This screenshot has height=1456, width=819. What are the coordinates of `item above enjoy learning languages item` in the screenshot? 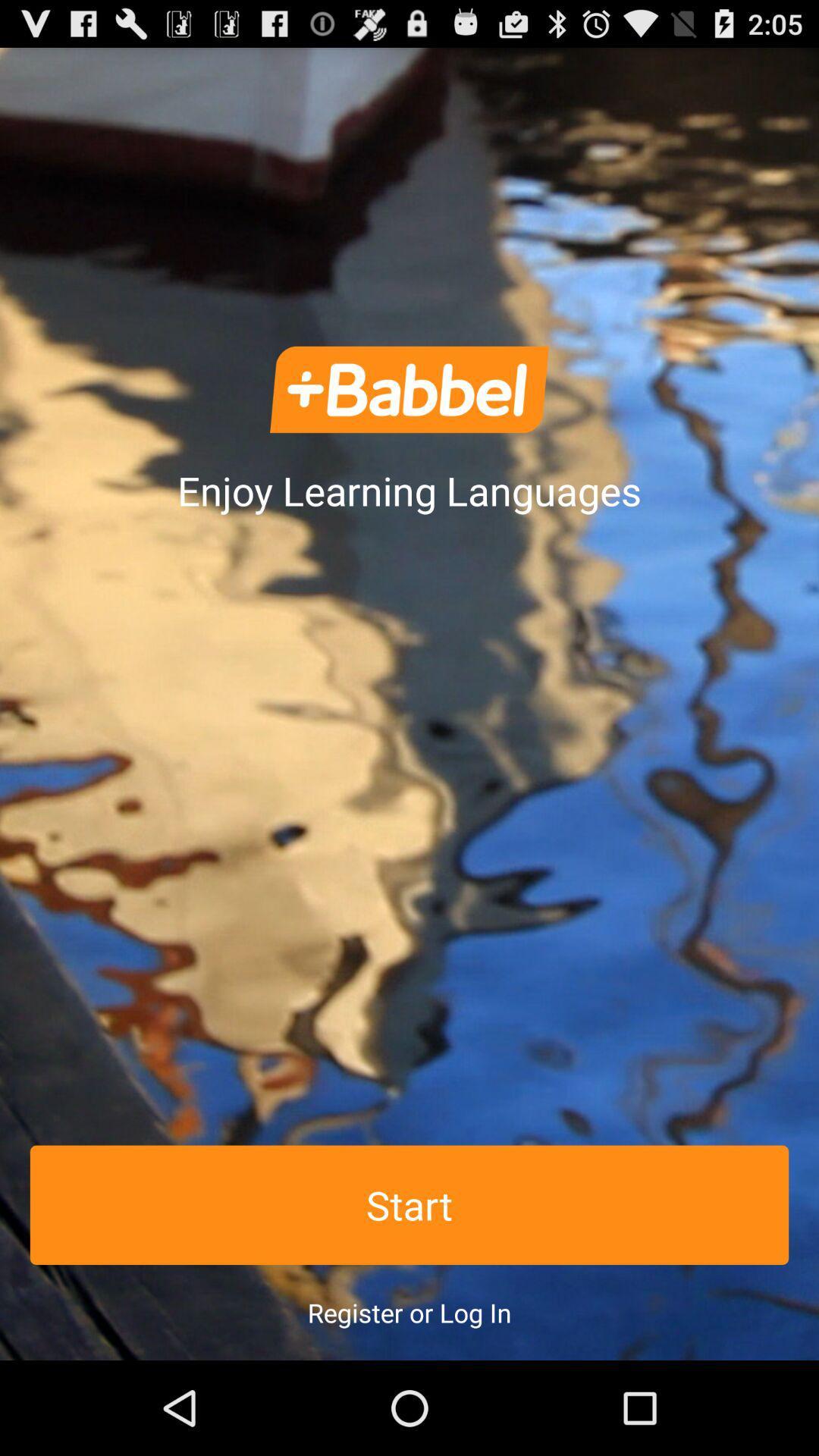 It's located at (409, 390).